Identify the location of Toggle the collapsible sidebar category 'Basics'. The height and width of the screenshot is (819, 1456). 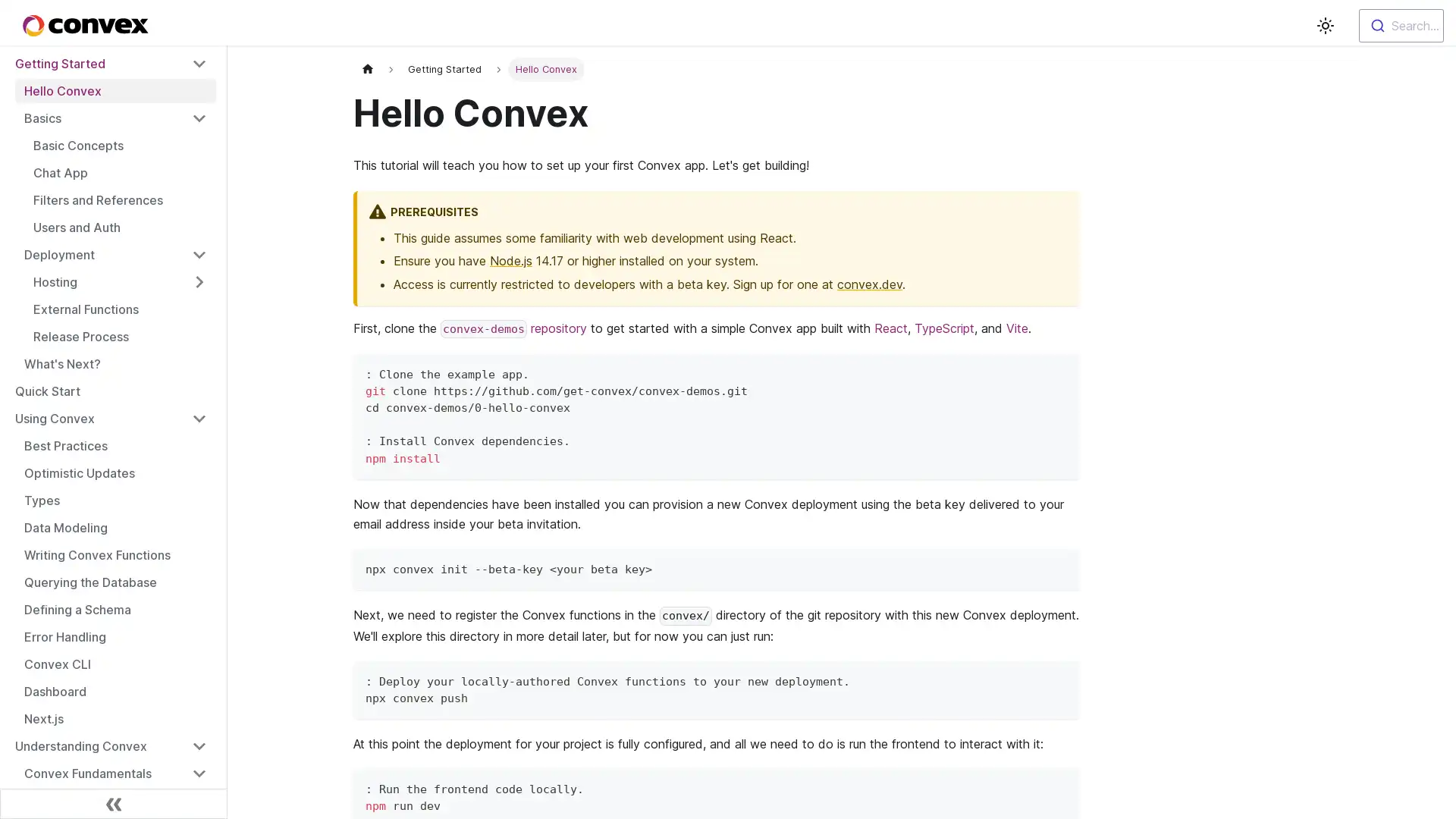
(199, 117).